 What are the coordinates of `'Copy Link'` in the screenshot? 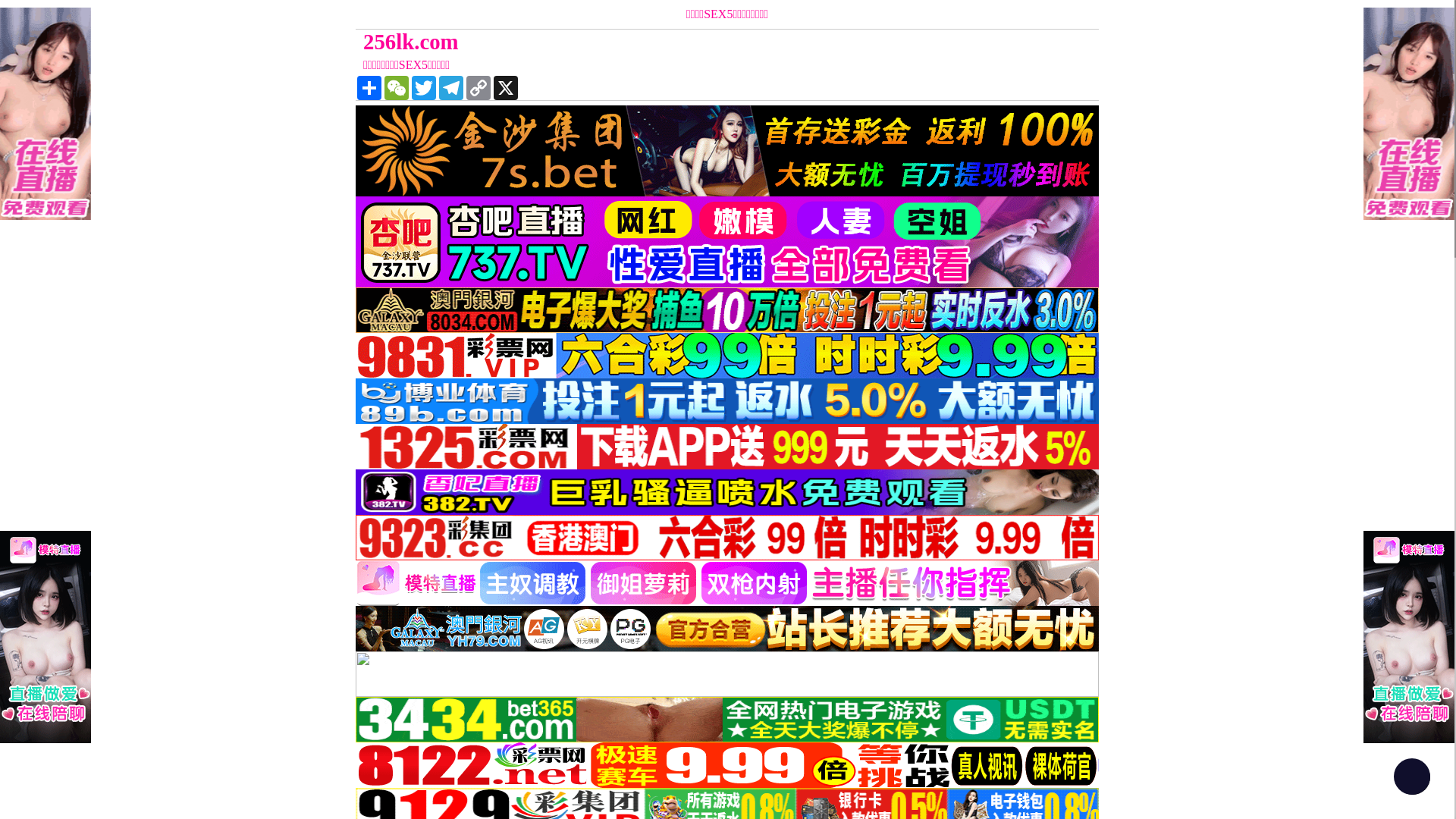 It's located at (477, 87).